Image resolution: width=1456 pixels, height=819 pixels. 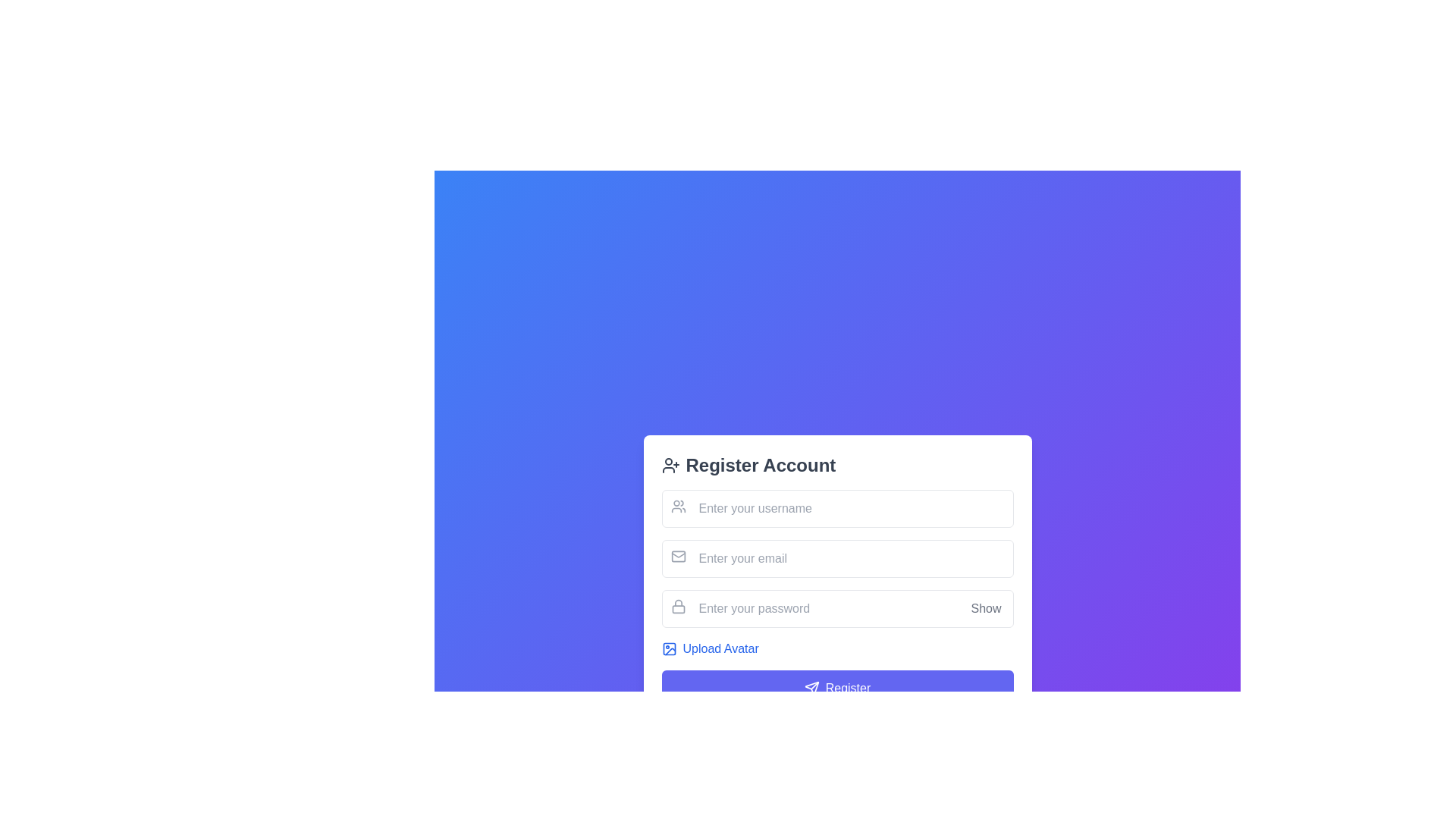 What do you see at coordinates (709, 648) in the screenshot?
I see `the 'Upload Avatar' button, which is a rectangular button with blue text and an image frame icon` at bounding box center [709, 648].